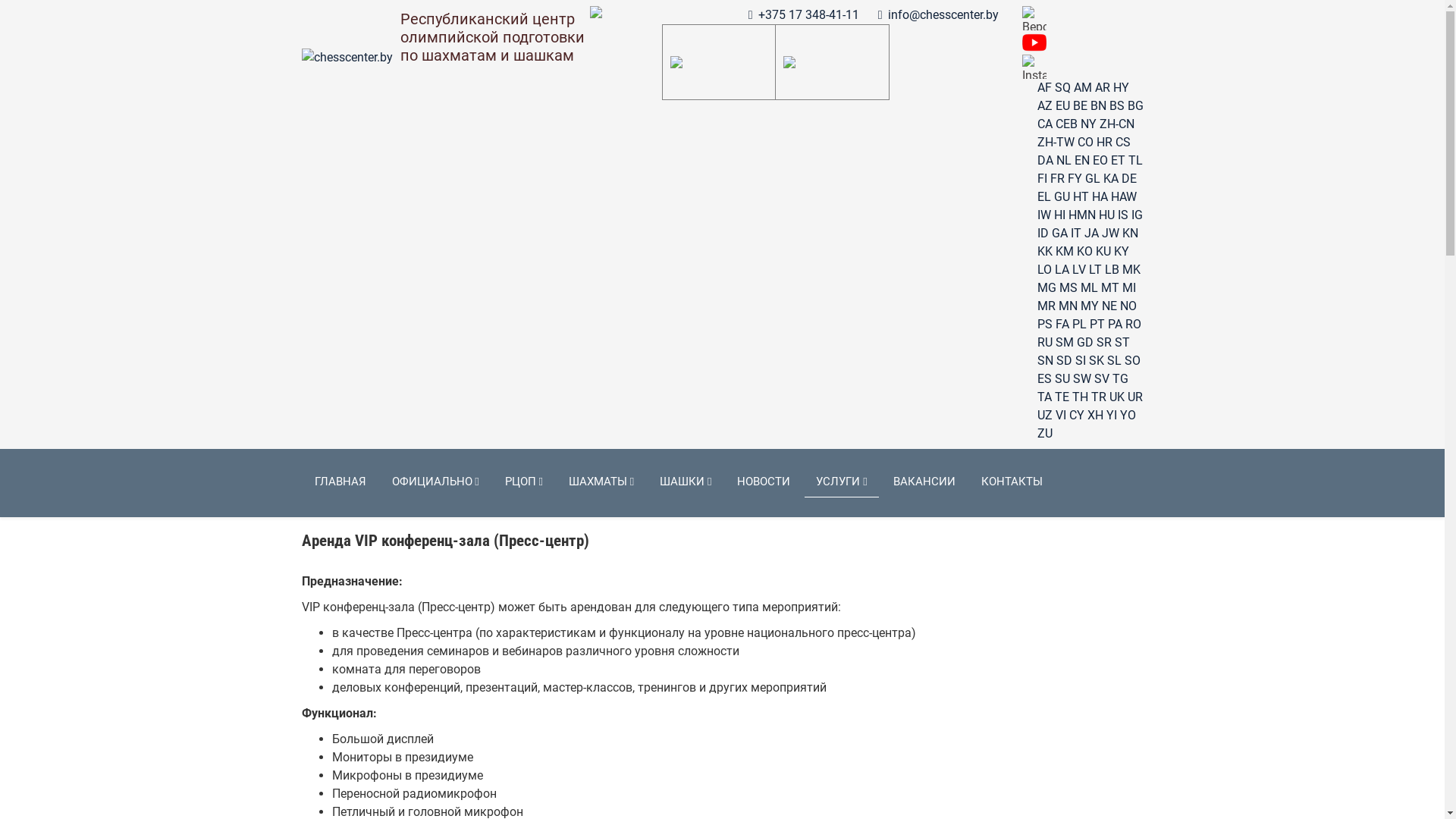 This screenshot has height=819, width=1456. I want to click on '+375 17 348-41-11', so click(808, 14).